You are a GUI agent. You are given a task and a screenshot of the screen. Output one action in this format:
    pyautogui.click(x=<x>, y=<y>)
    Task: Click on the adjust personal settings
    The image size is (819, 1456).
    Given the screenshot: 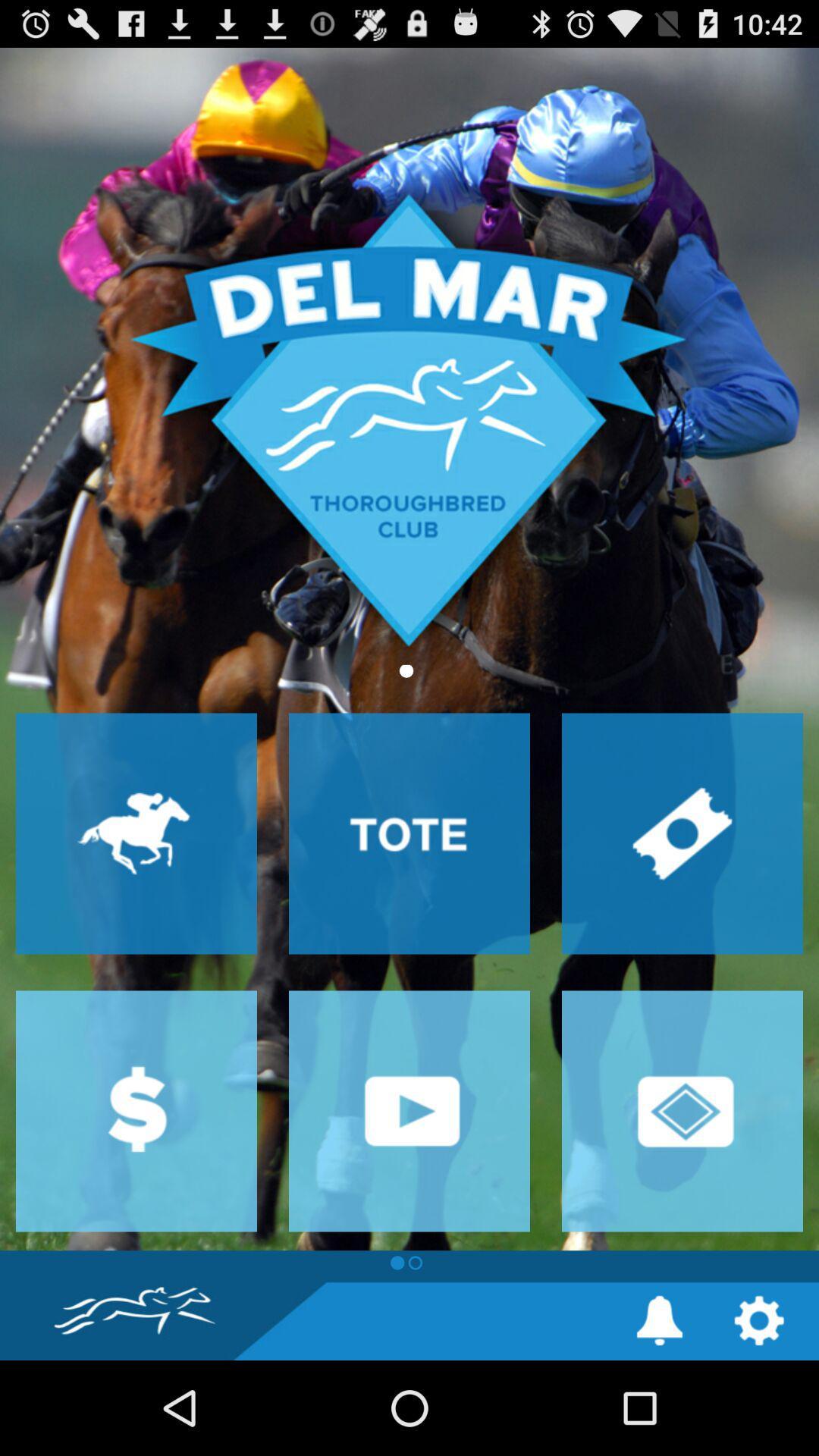 What is the action you would take?
    pyautogui.click(x=759, y=1319)
    